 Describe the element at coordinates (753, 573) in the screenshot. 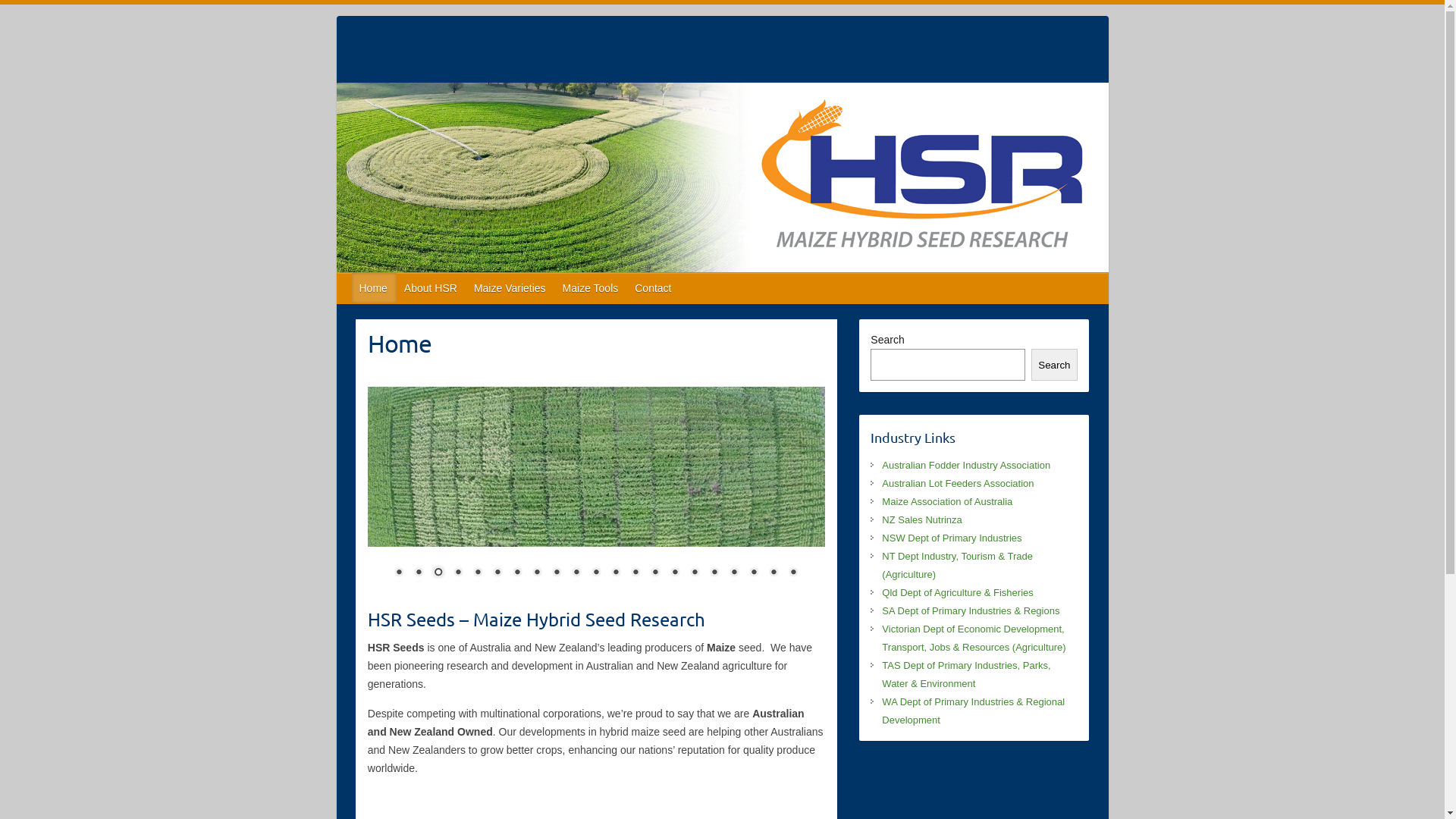

I see `'19'` at that location.